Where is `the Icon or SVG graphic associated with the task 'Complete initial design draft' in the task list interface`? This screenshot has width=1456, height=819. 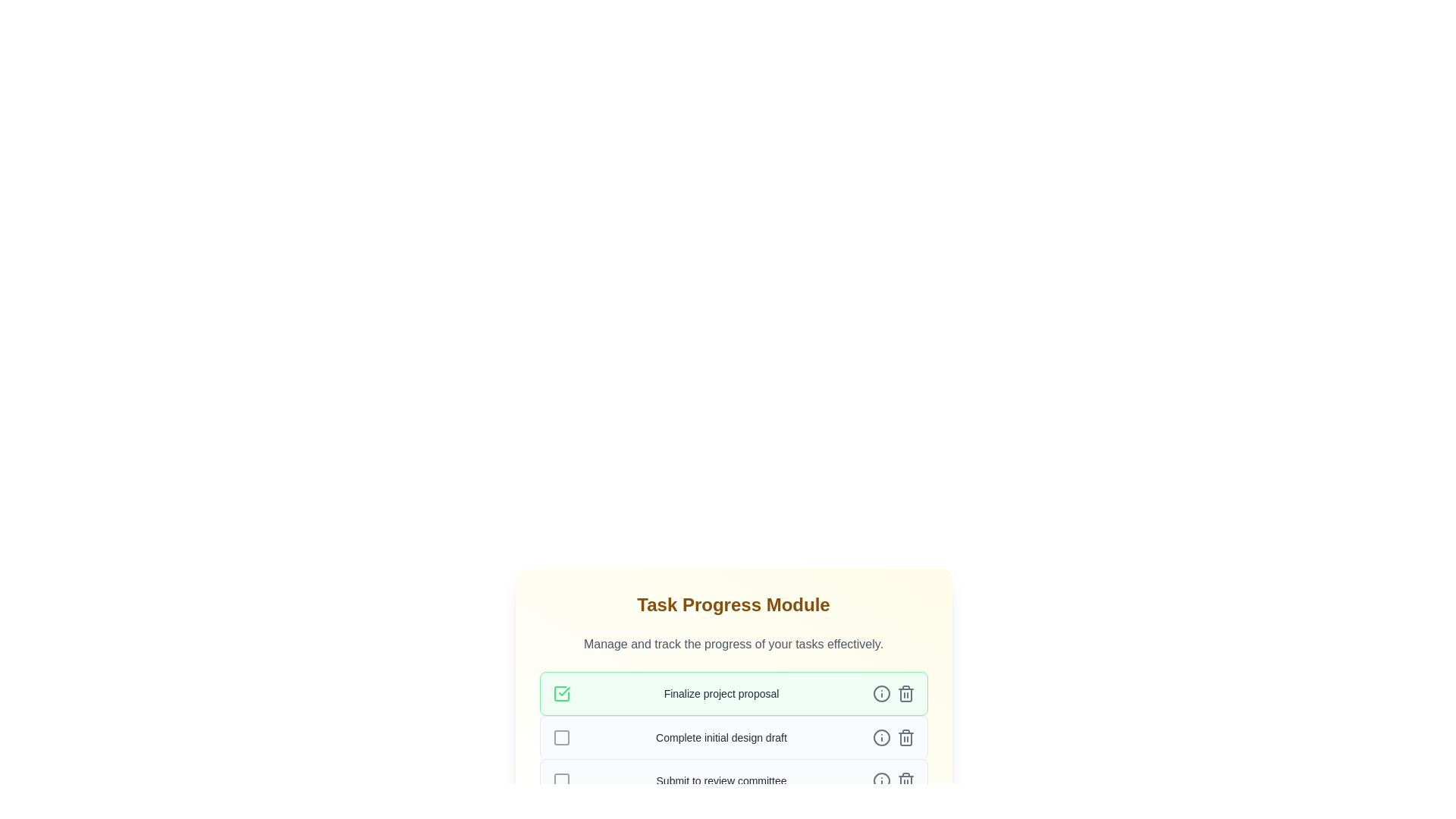
the Icon or SVG graphic associated with the task 'Complete initial design draft' in the task list interface is located at coordinates (881, 736).